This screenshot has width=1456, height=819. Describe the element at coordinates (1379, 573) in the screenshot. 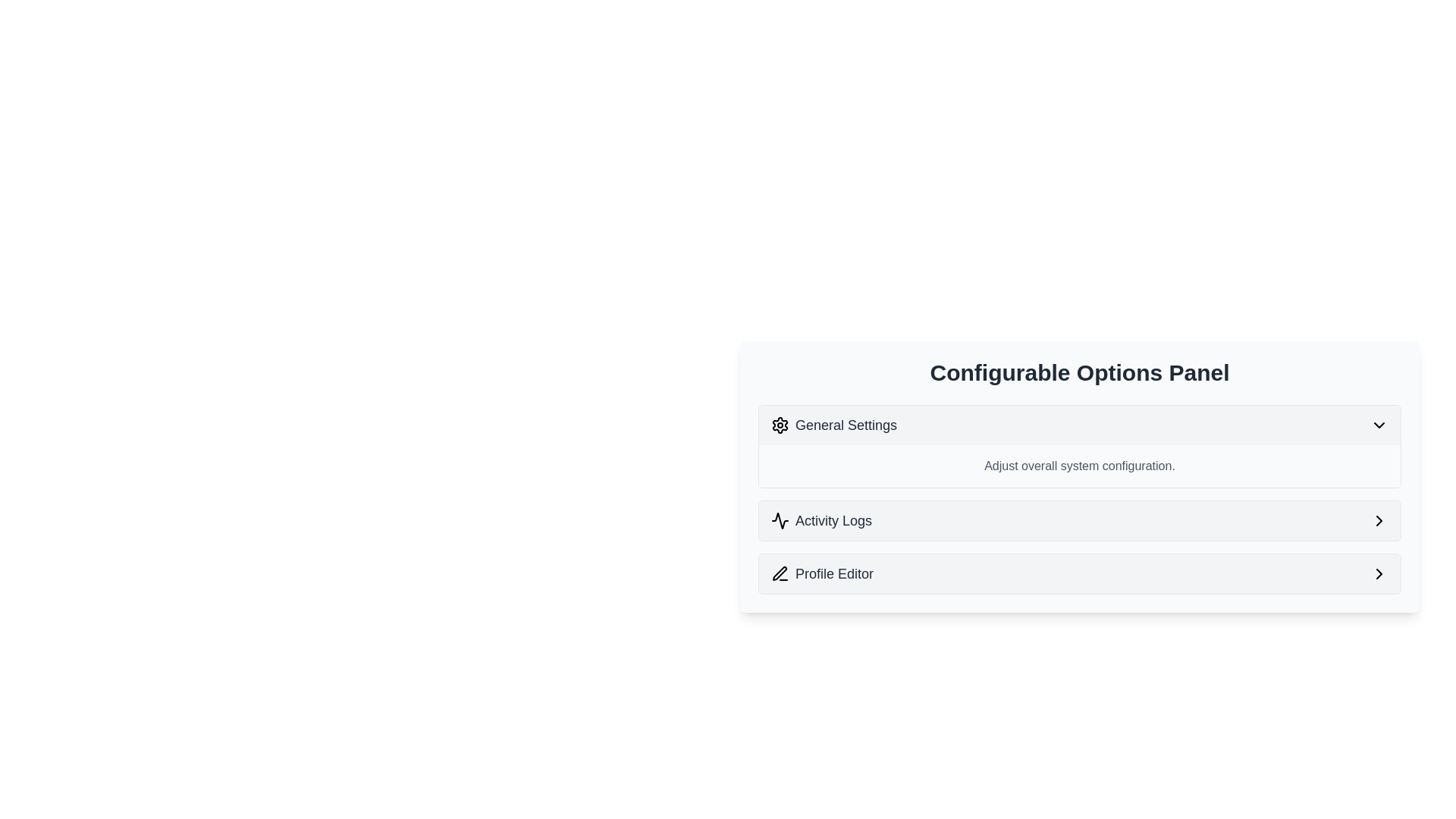

I see `the chevron icon pointing to the right, located at the right end of the 'Profile Editor' option row under the 'Configurable Options Panel'` at that location.